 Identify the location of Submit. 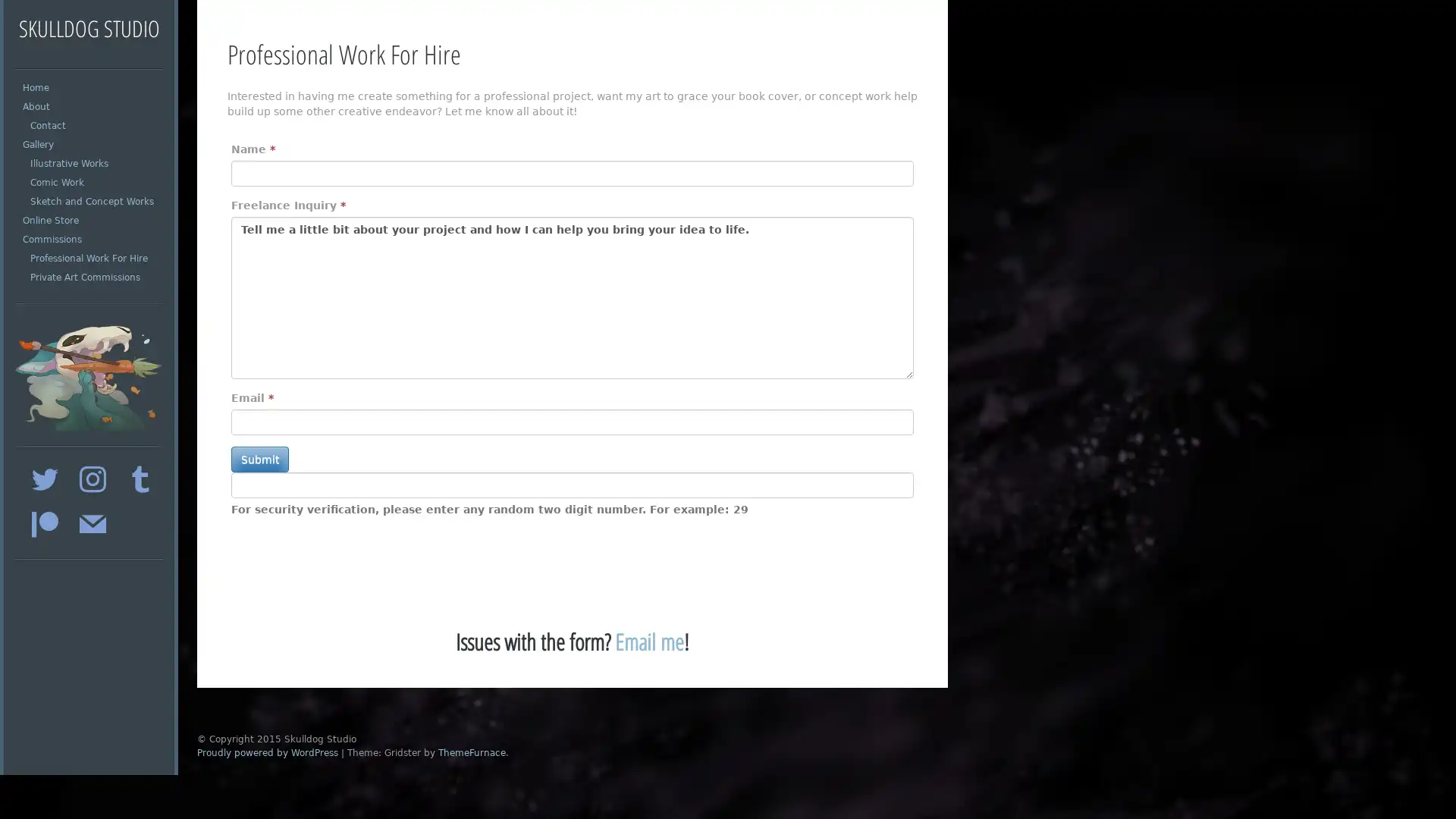
(259, 458).